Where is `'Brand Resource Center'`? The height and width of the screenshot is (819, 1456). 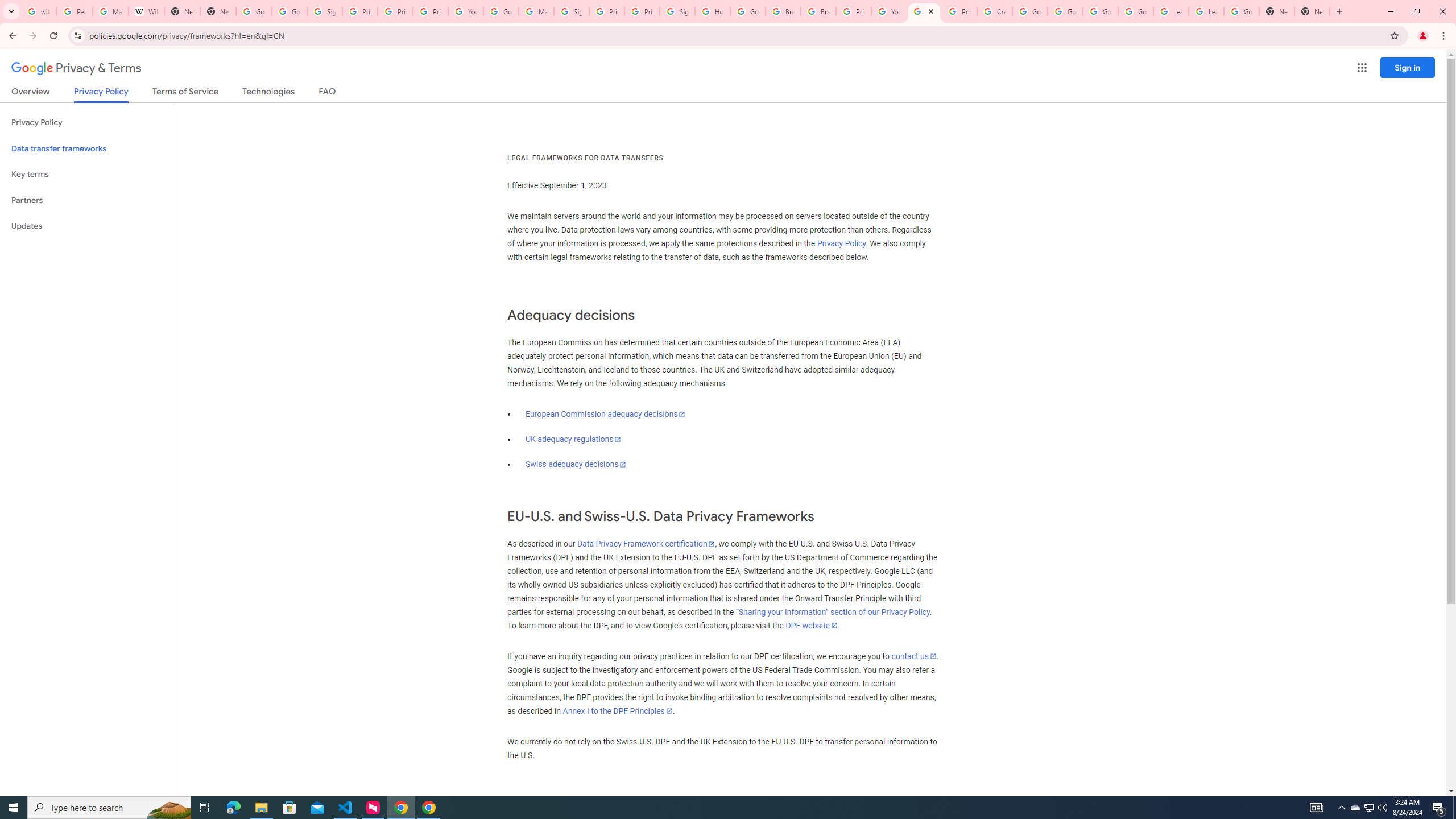 'Brand Resource Center' is located at coordinates (818, 11).